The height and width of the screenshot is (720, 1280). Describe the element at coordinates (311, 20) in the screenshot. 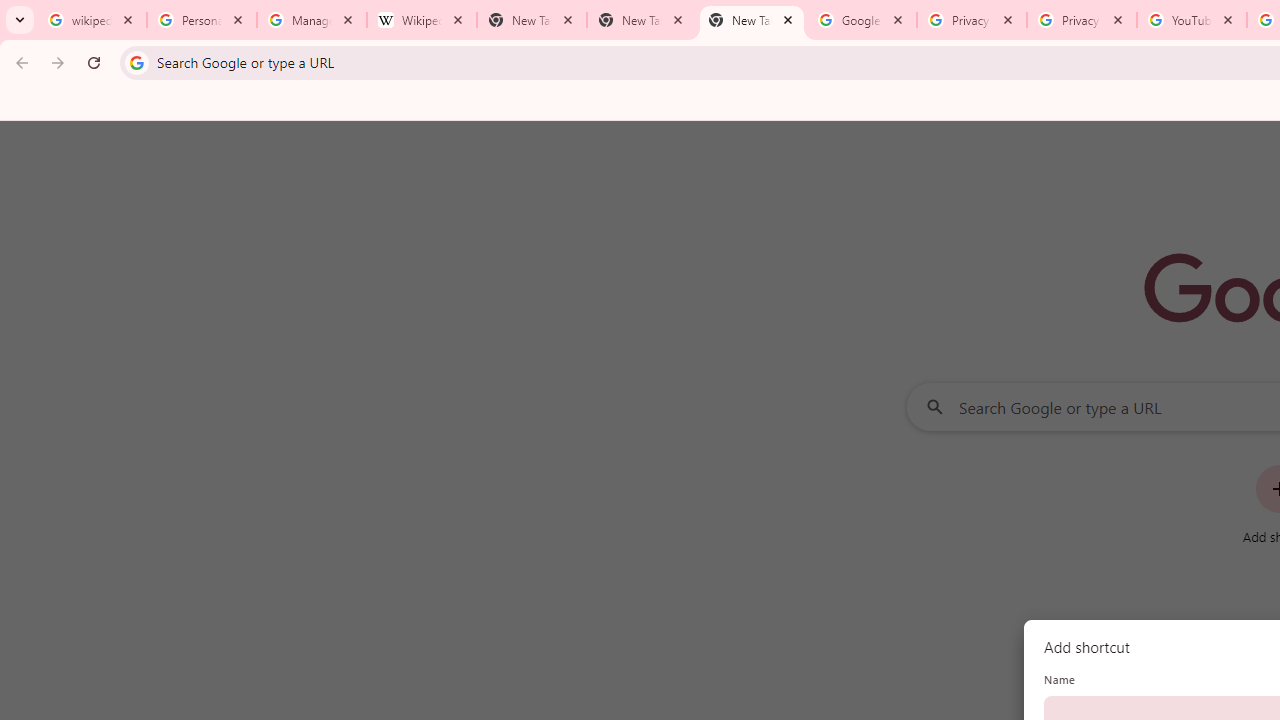

I see `'Manage your Location History - Google Search Help'` at that location.